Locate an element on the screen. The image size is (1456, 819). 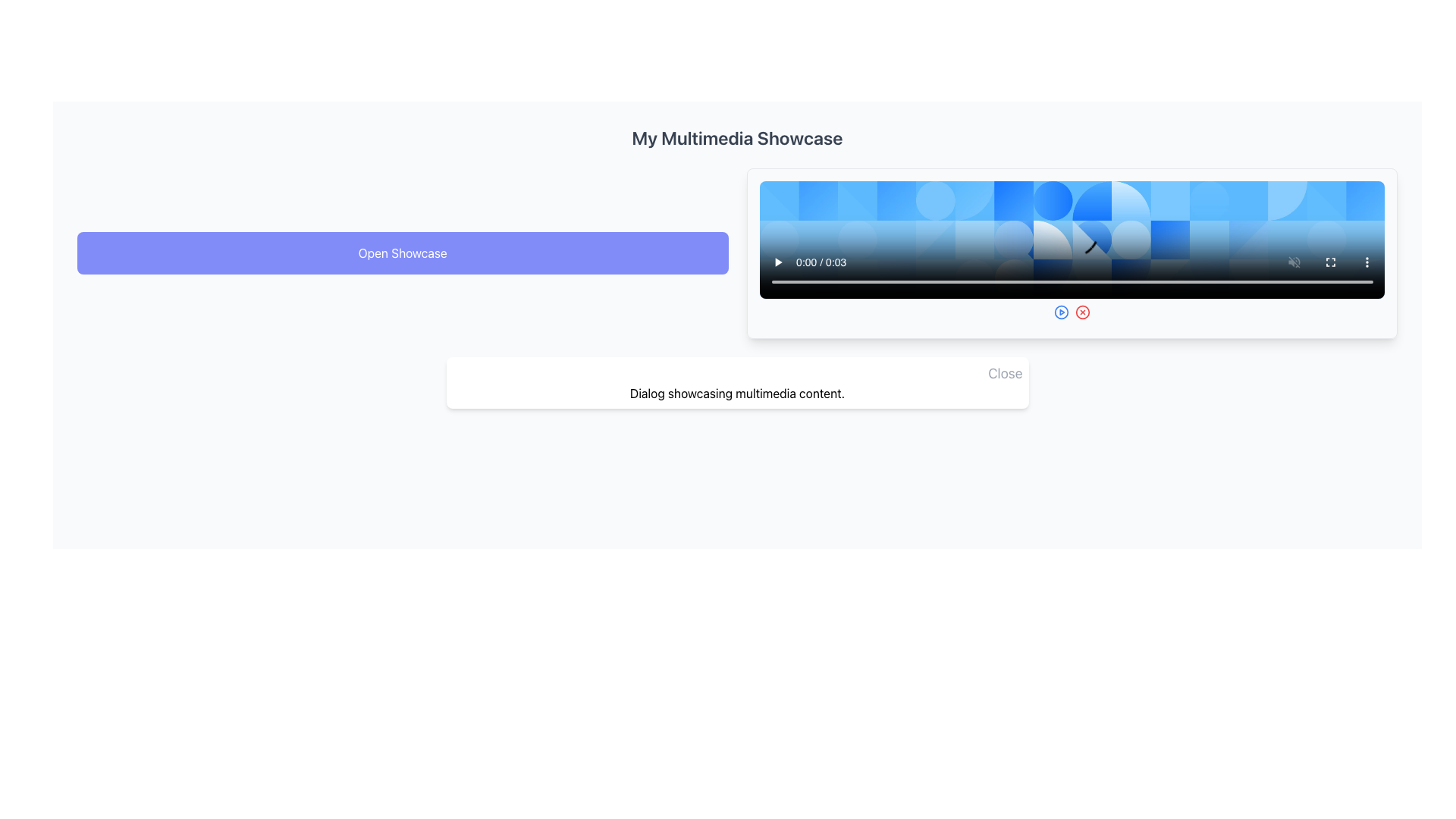
the grouped icon buttons located centrally below the video frame for keyboard navigation is located at coordinates (1071, 311).